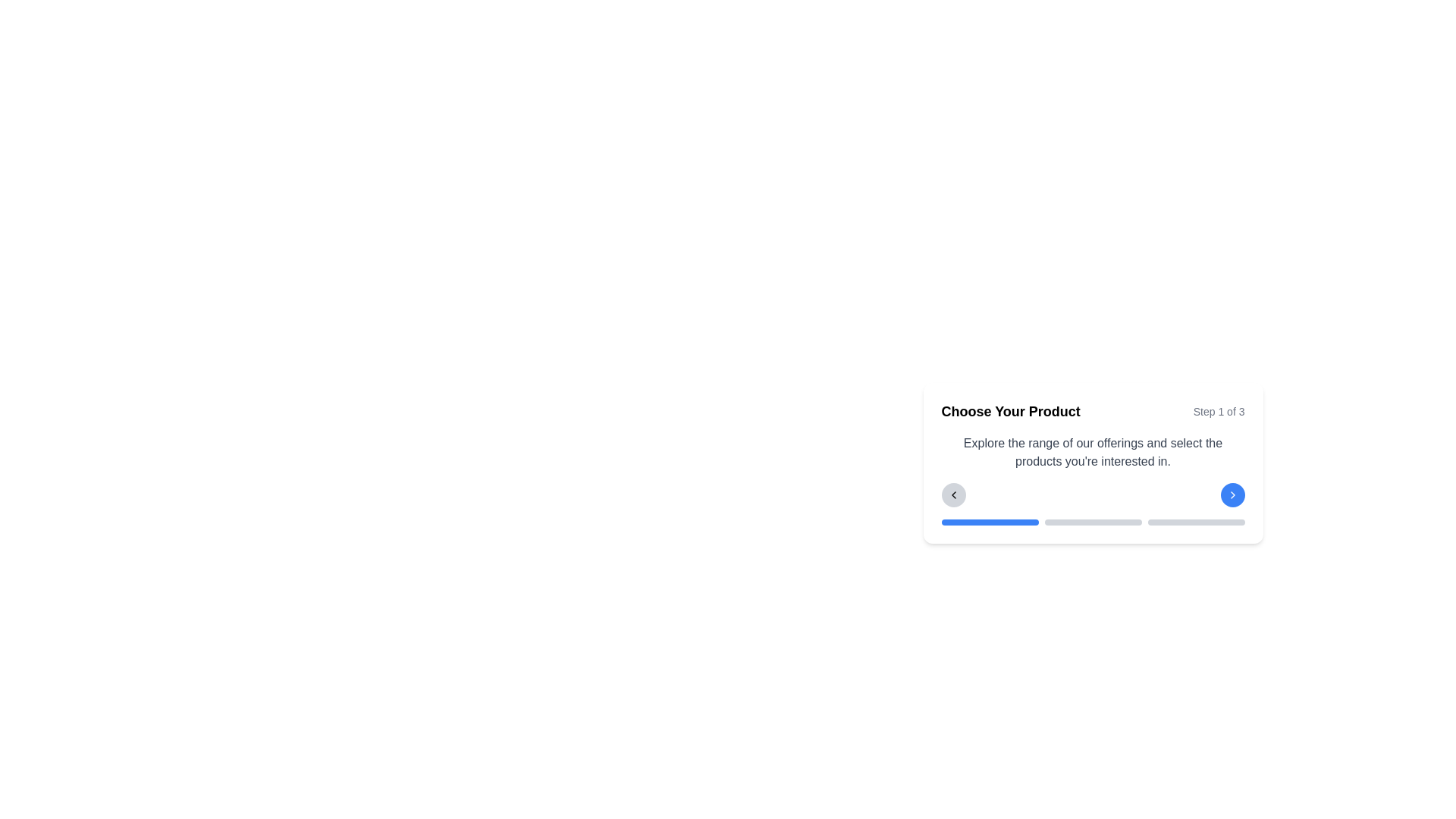 The height and width of the screenshot is (819, 1456). I want to click on the informational text block that serves as a header for a step in a multi-step process, providing guidance to the user, so click(1093, 462).